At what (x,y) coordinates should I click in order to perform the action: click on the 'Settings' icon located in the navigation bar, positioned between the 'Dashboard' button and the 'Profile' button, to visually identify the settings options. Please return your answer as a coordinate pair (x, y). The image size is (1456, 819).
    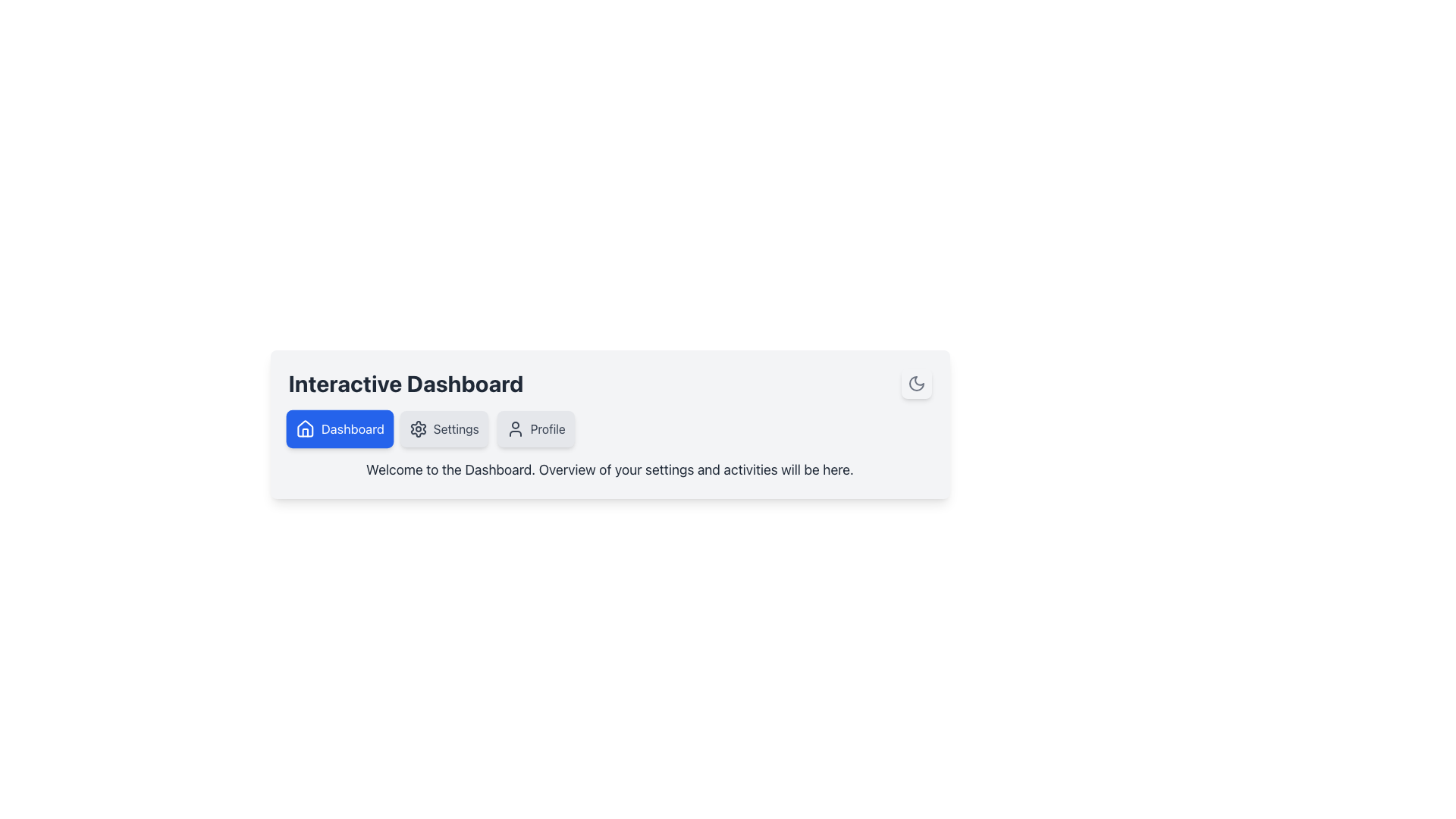
    Looking at the image, I should click on (418, 429).